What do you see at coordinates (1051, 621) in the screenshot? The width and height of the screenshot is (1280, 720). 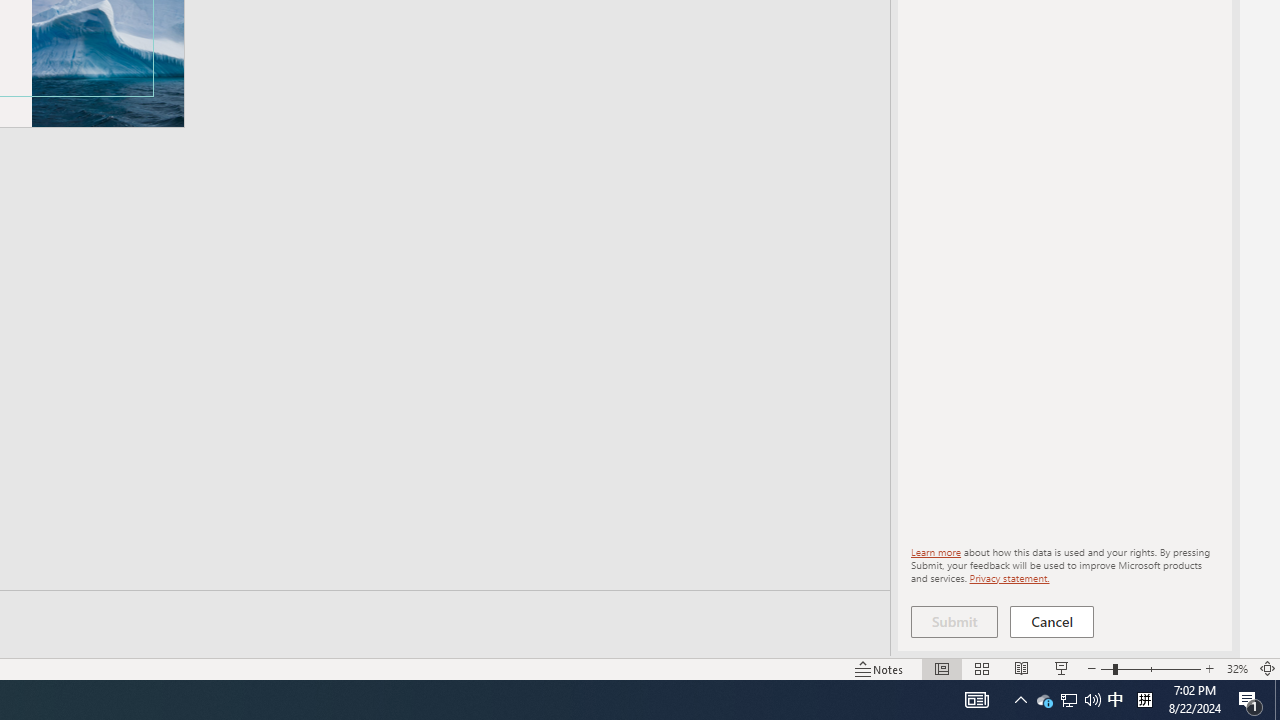 I see `'Cancel'` at bounding box center [1051, 621].